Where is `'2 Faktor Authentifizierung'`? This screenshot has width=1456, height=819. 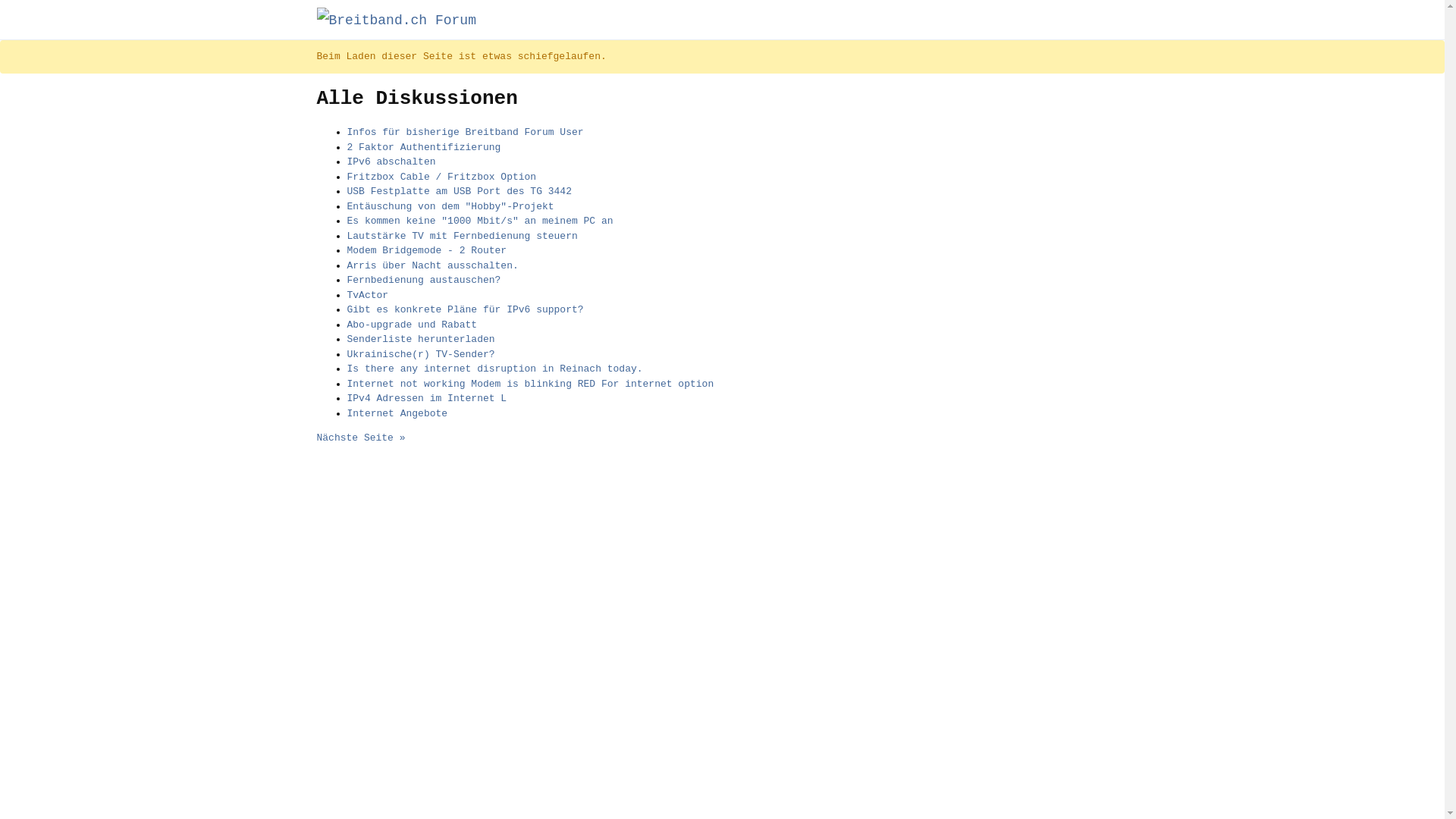 '2 Faktor Authentifizierung' is located at coordinates (346, 147).